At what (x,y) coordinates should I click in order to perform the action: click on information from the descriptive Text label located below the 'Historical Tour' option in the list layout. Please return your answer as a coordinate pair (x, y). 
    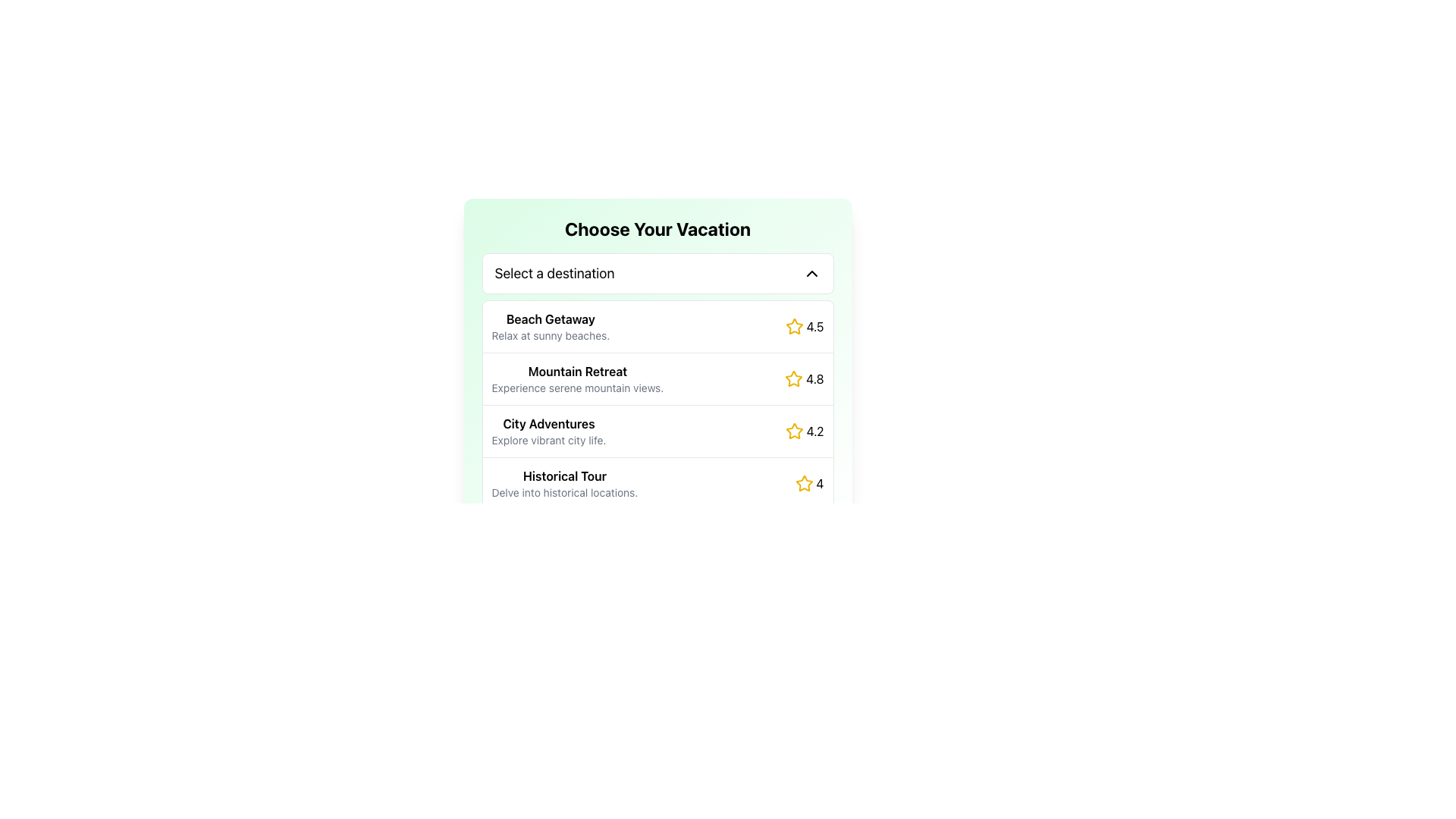
    Looking at the image, I should click on (563, 493).